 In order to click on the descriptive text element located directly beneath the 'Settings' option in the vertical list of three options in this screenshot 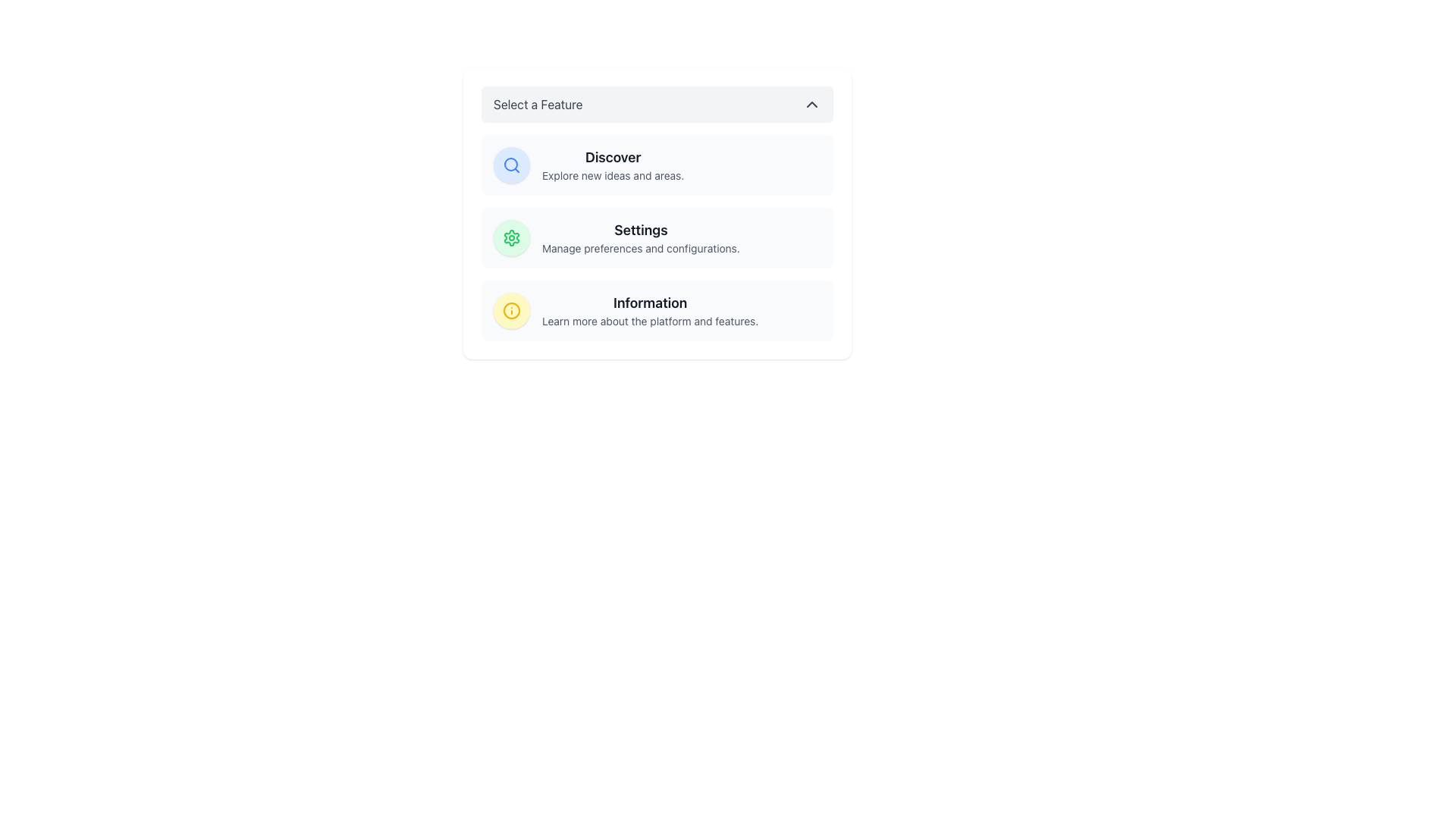, I will do `click(641, 247)`.